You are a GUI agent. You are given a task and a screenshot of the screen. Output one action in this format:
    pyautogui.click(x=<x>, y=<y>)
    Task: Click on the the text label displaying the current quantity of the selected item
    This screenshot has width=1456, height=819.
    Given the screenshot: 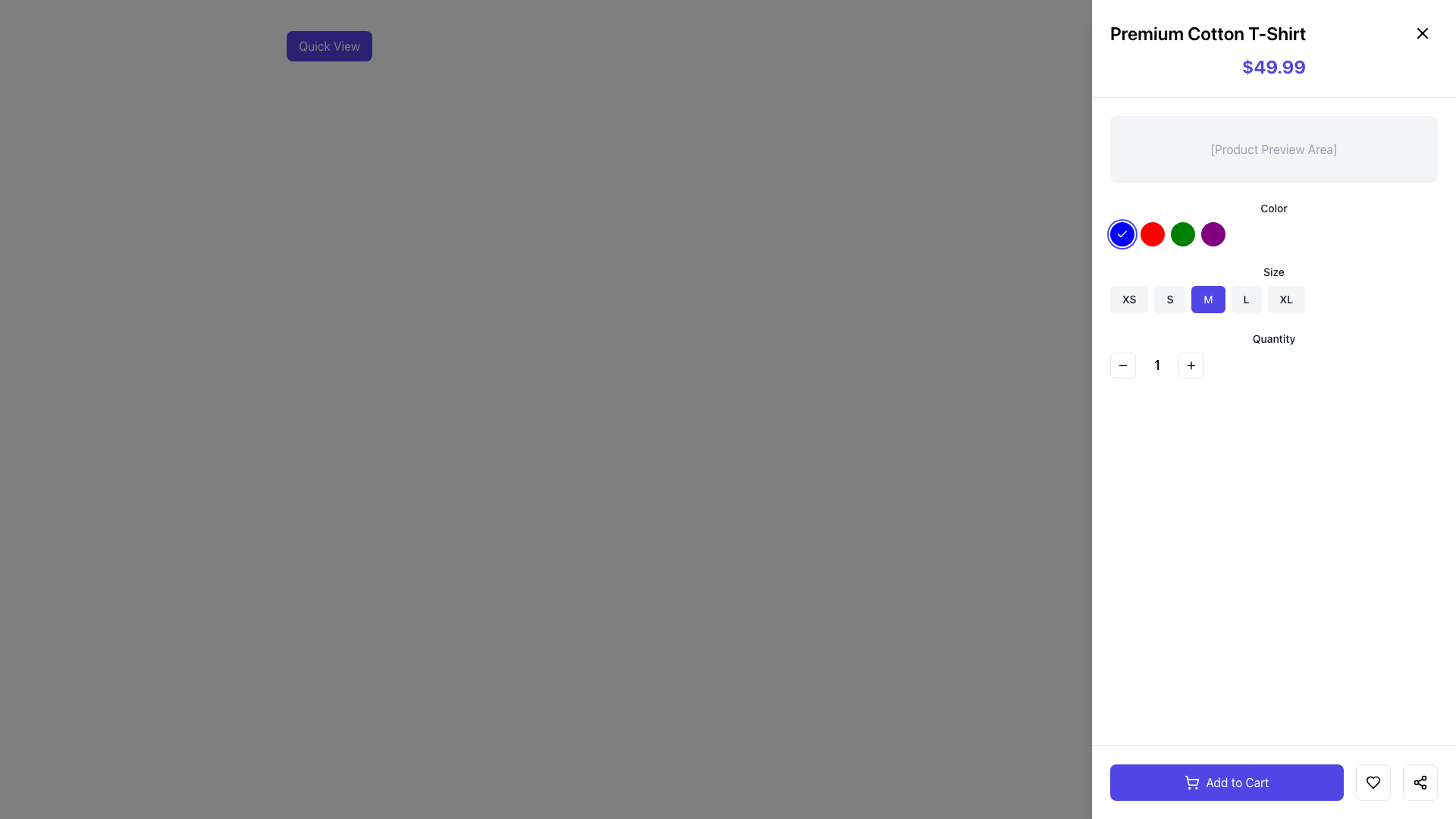 What is the action you would take?
    pyautogui.click(x=1156, y=366)
    